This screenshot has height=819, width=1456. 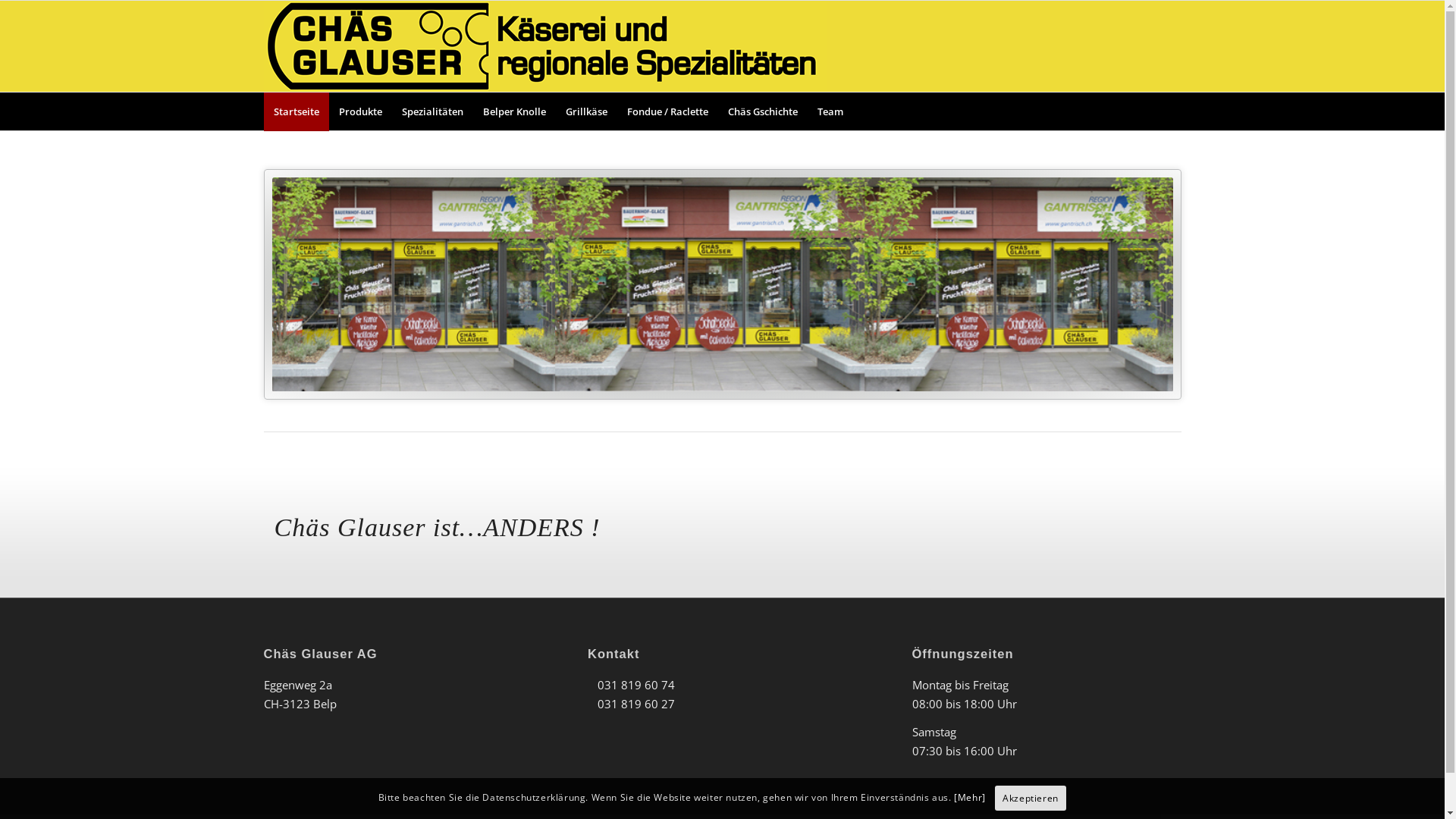 I want to click on '[Mehr]', so click(x=952, y=797).